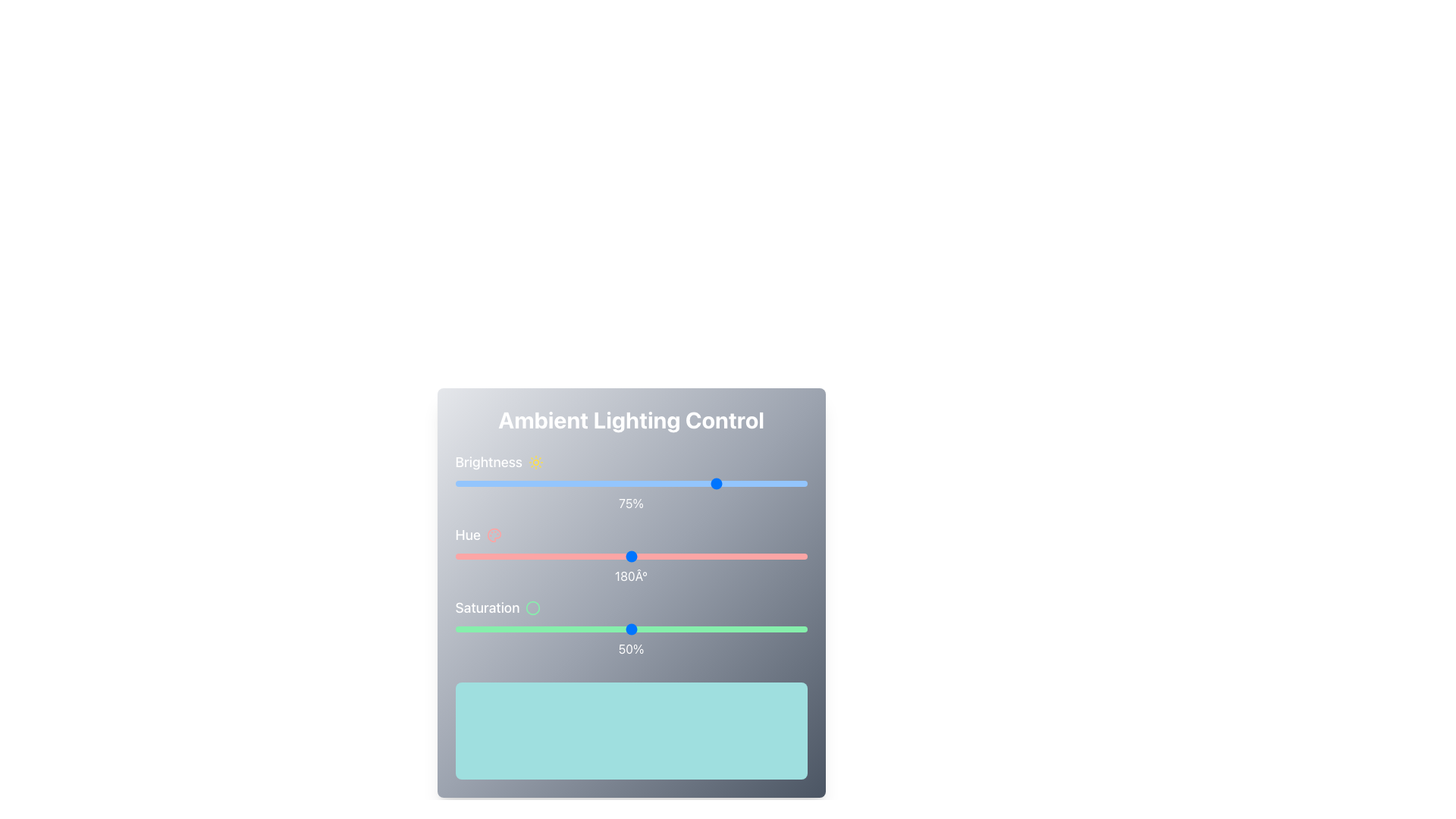  I want to click on saturation, so click(566, 629).